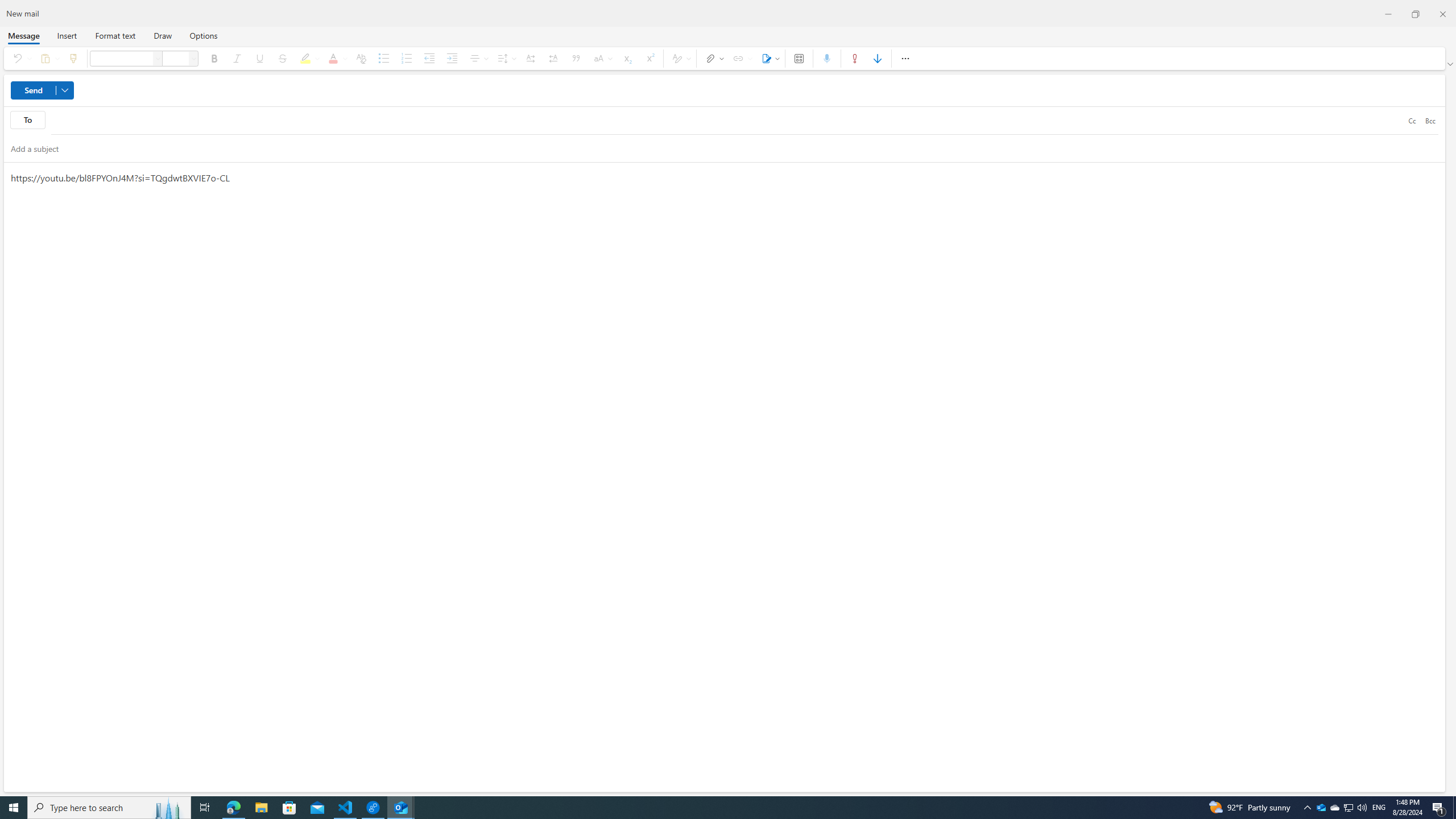  I want to click on 'Draw', so click(162, 35).